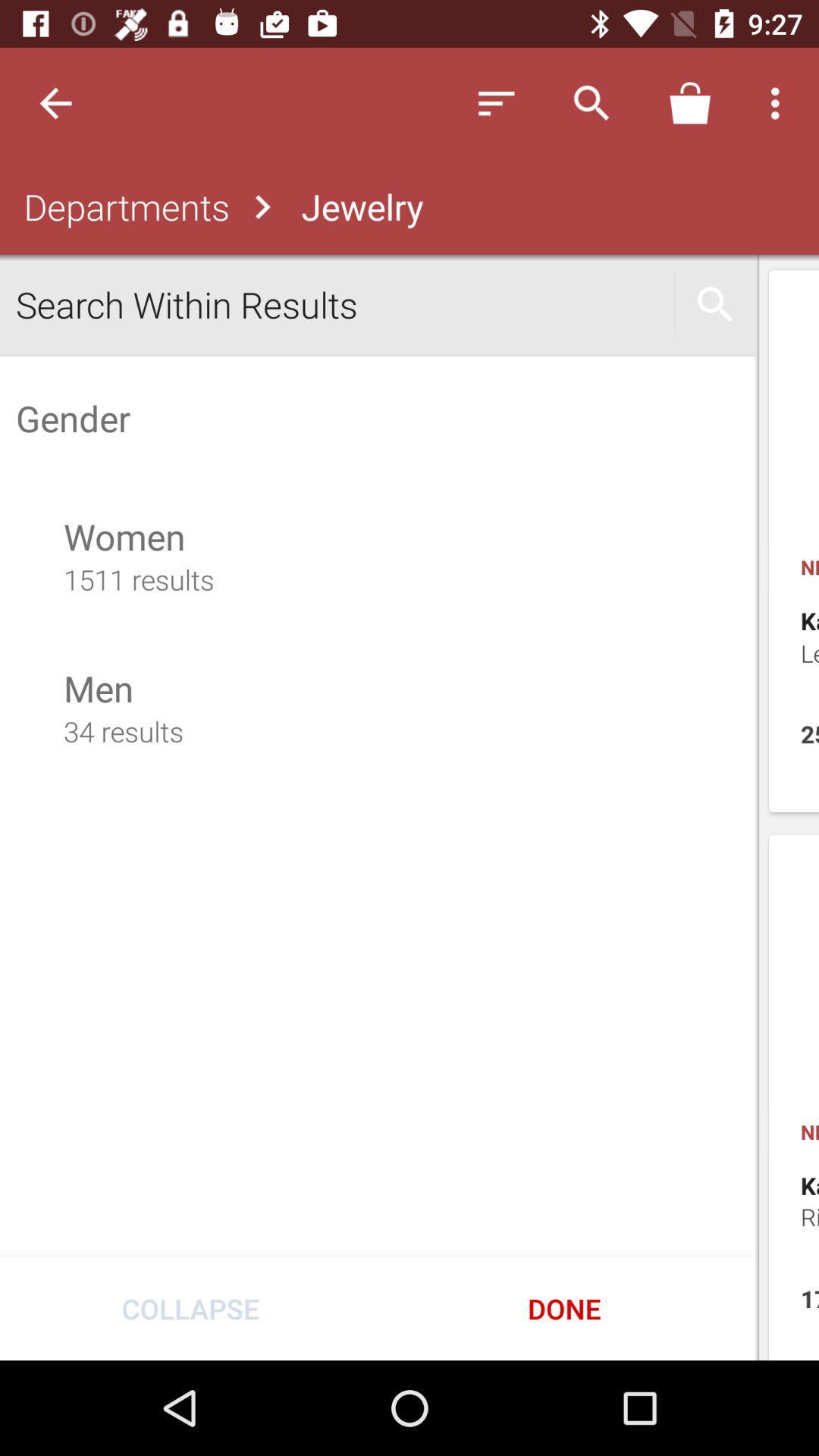 Image resolution: width=819 pixels, height=1456 pixels. I want to click on the icon to the left of jewelry, so click(122, 206).